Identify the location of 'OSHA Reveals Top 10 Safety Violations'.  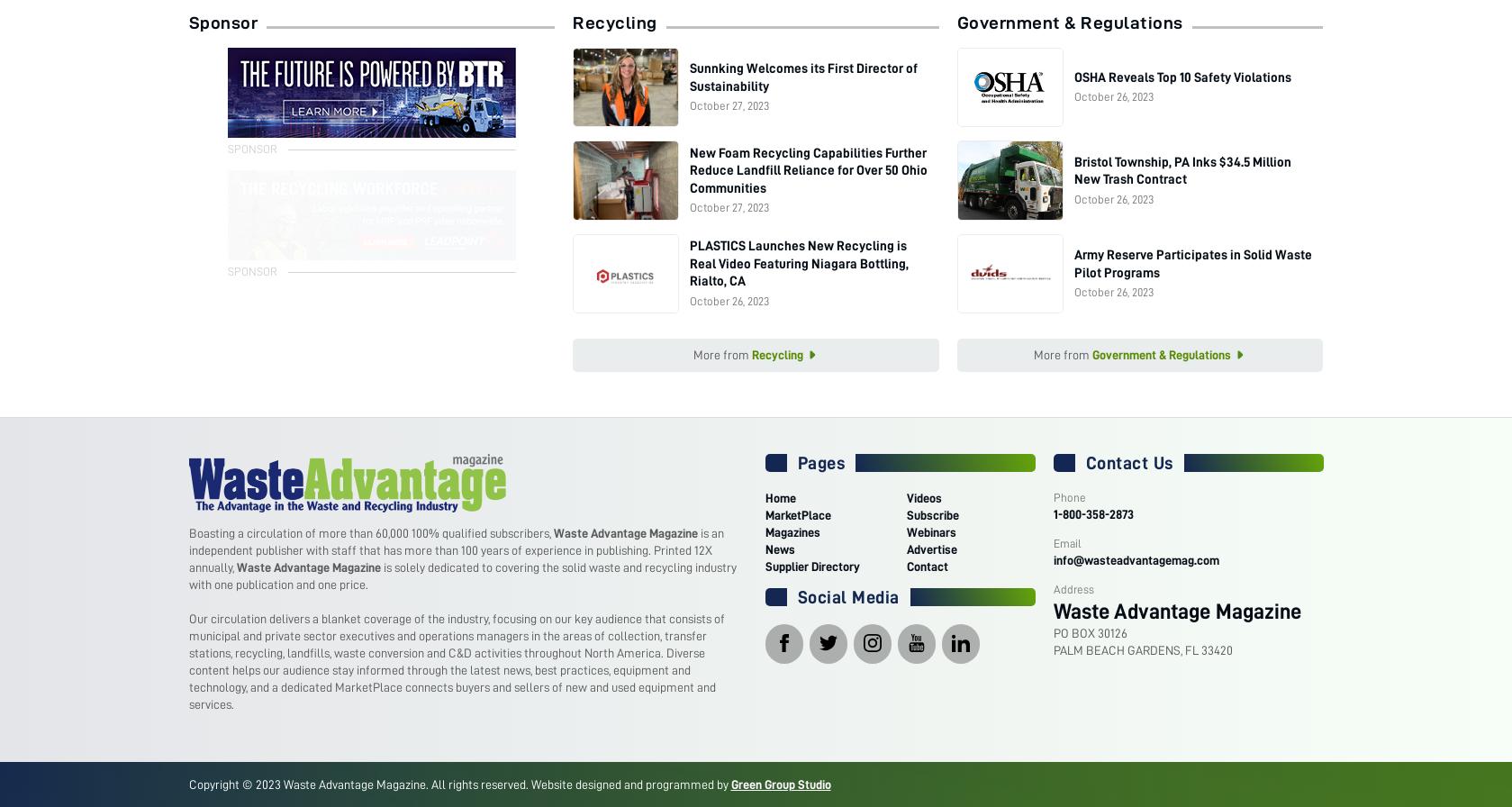
(1181, 77).